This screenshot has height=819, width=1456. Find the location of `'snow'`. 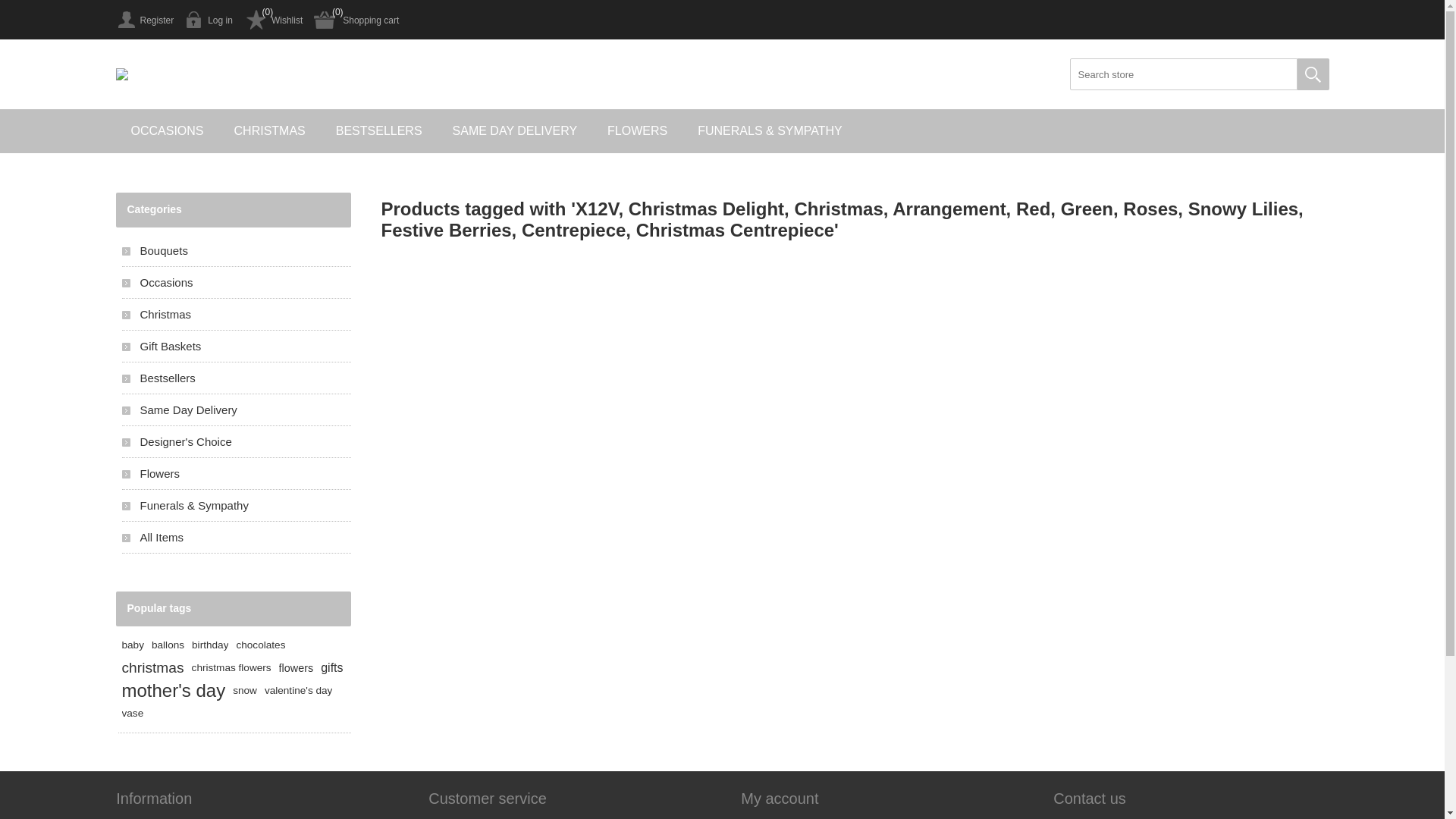

'snow' is located at coordinates (244, 690).